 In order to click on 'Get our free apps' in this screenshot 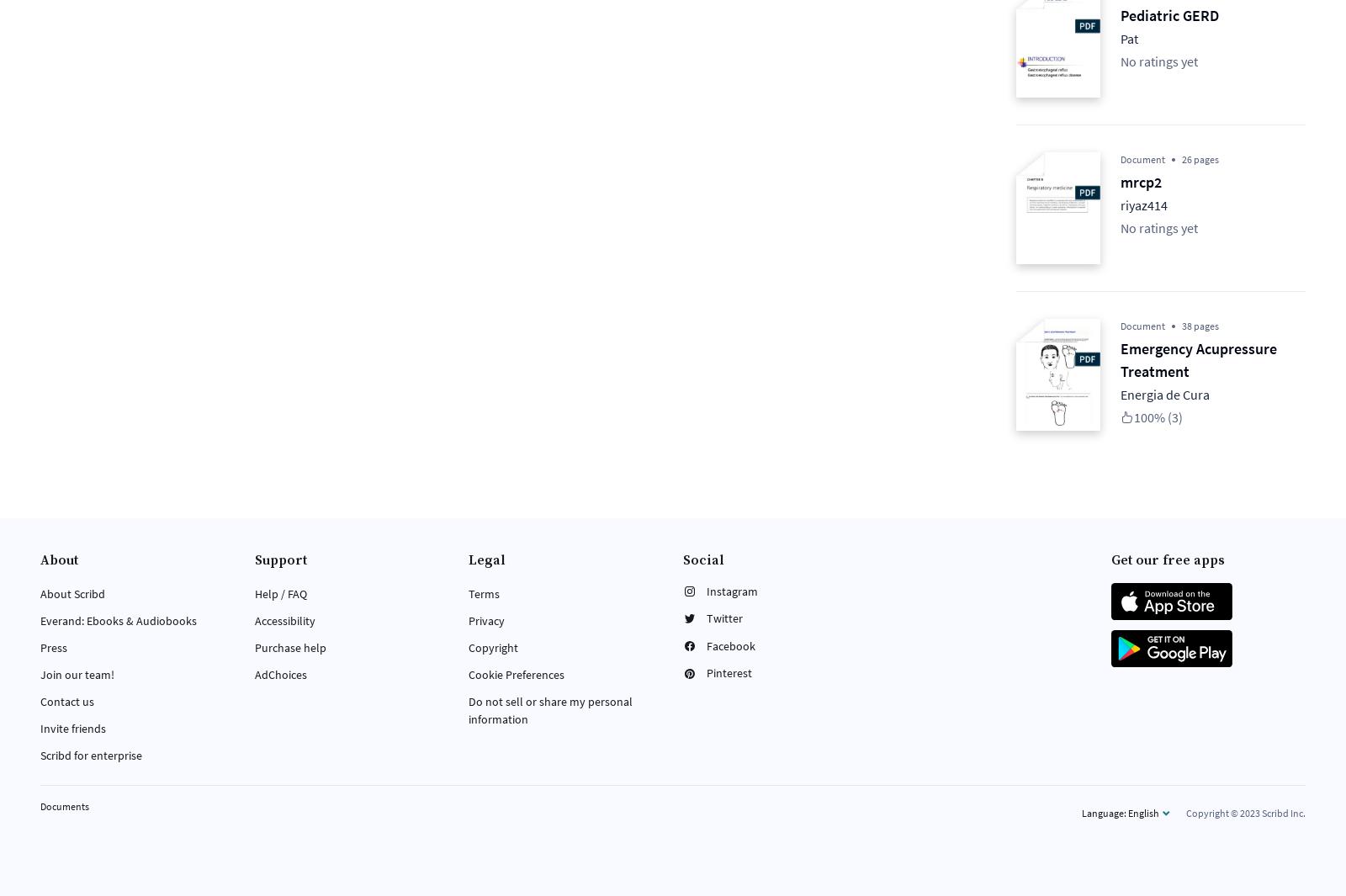, I will do `click(1167, 560)`.